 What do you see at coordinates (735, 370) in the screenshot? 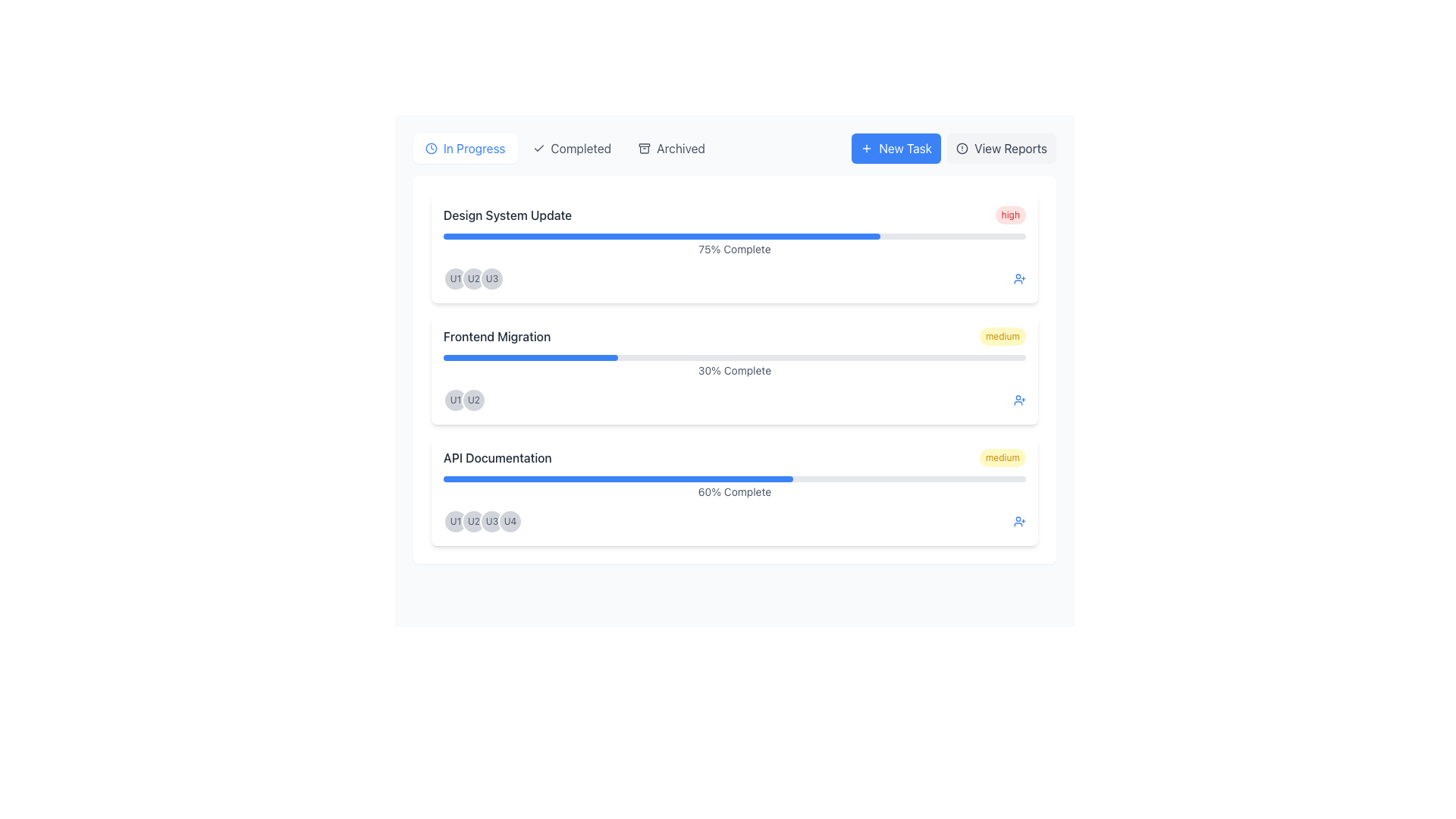
I see `the informational card that displays structured information about tasks and their statuses, located in the middle of a vertical layout of similar cards` at bounding box center [735, 370].